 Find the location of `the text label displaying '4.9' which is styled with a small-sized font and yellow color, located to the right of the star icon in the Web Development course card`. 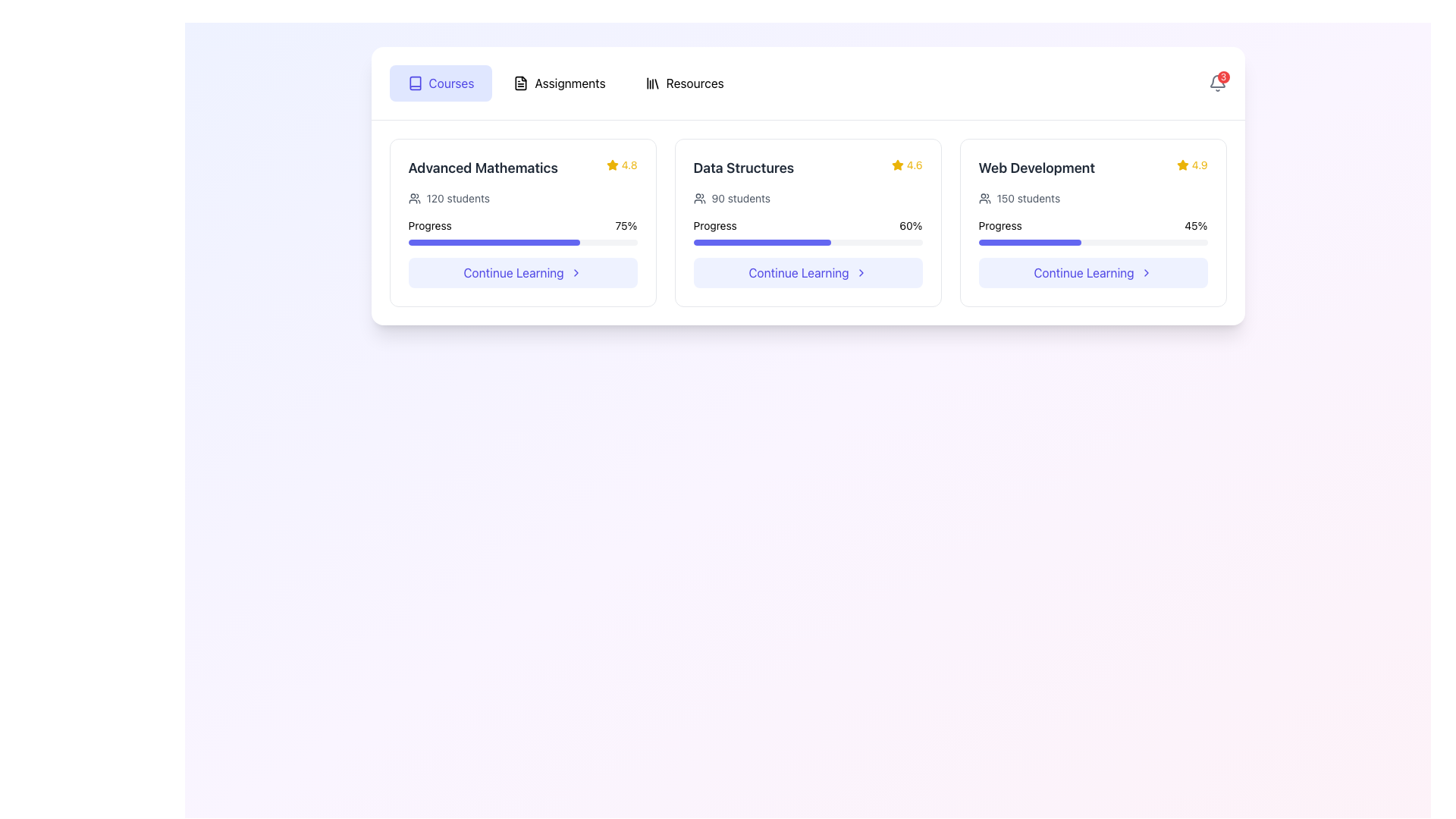

the text label displaying '4.9' which is styled with a small-sized font and yellow color, located to the right of the star icon in the Web Development course card is located at coordinates (1199, 165).